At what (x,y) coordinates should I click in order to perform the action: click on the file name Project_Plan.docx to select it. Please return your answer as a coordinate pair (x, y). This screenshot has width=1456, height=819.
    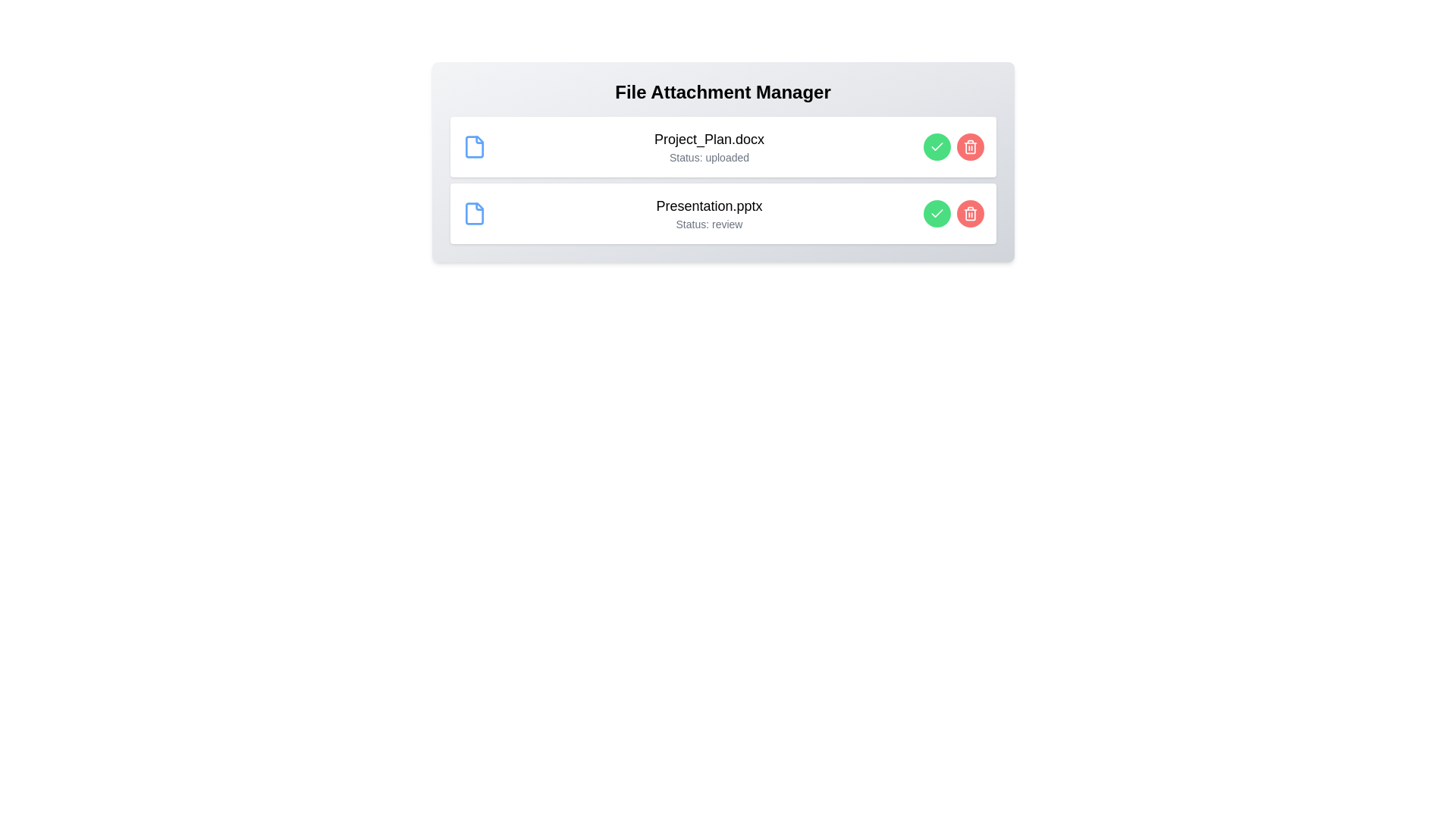
    Looking at the image, I should click on (708, 140).